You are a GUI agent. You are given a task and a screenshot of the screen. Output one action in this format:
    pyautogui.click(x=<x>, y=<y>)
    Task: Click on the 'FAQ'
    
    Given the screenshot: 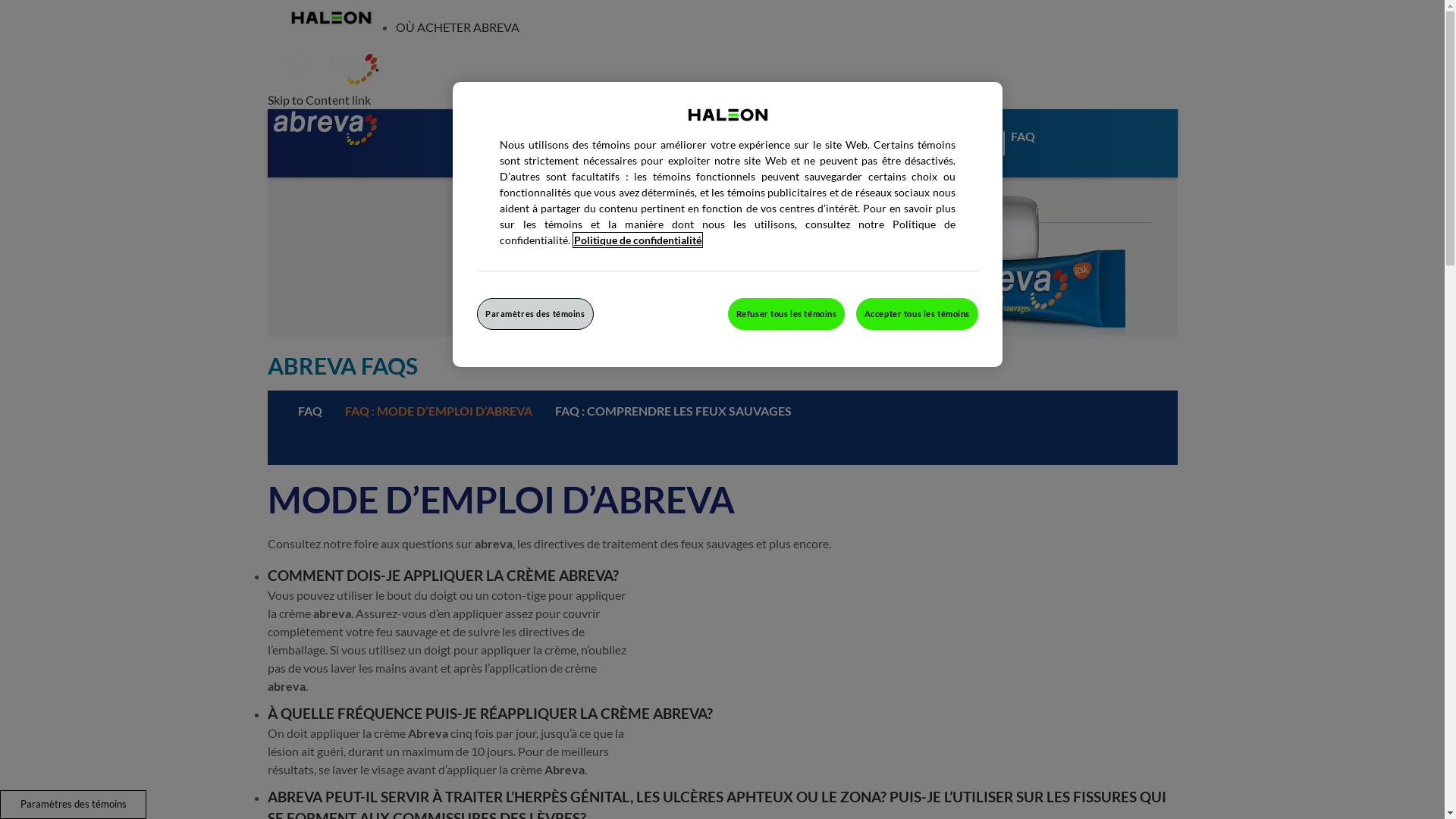 What is the action you would take?
    pyautogui.click(x=1033, y=154)
    